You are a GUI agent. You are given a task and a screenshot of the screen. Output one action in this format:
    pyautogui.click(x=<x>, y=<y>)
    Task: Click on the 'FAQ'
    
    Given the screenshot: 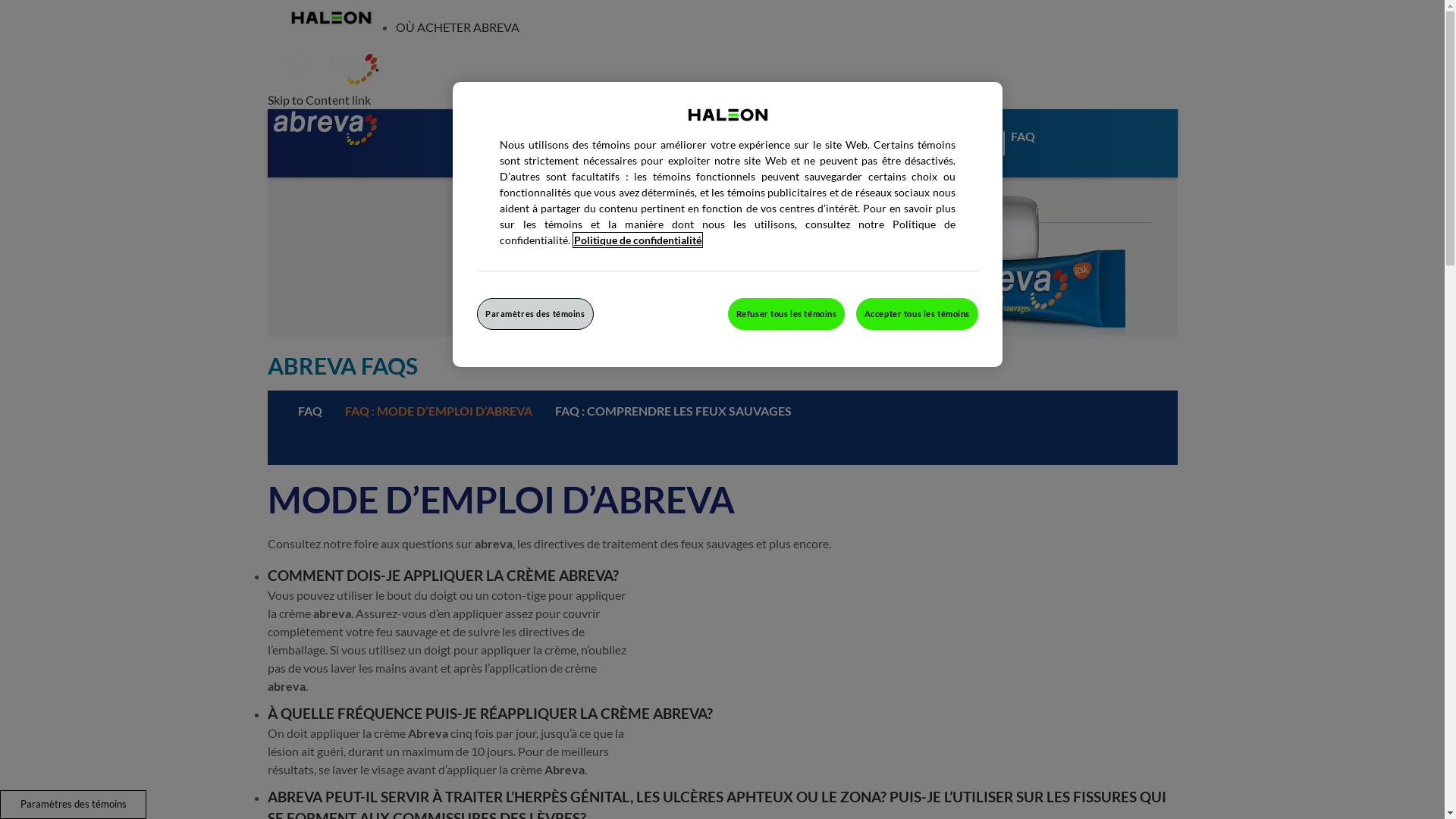 What is the action you would take?
    pyautogui.click(x=1033, y=154)
    